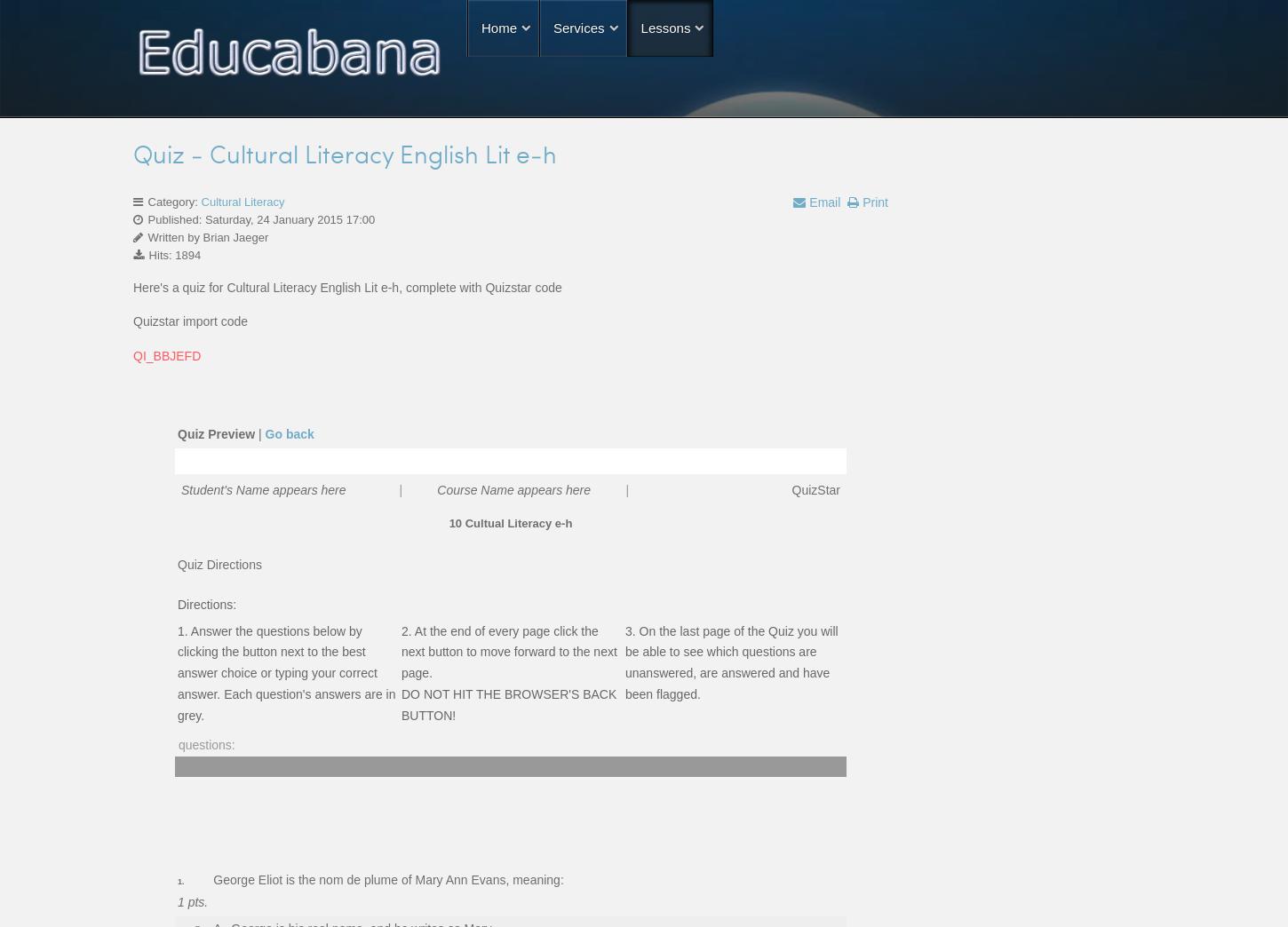  Describe the element at coordinates (286, 672) in the screenshot. I see `'1. Answer the questions below by clicking the button next to the best answer choice or typing your correct answer. Each question's answers are in grey.'` at that location.